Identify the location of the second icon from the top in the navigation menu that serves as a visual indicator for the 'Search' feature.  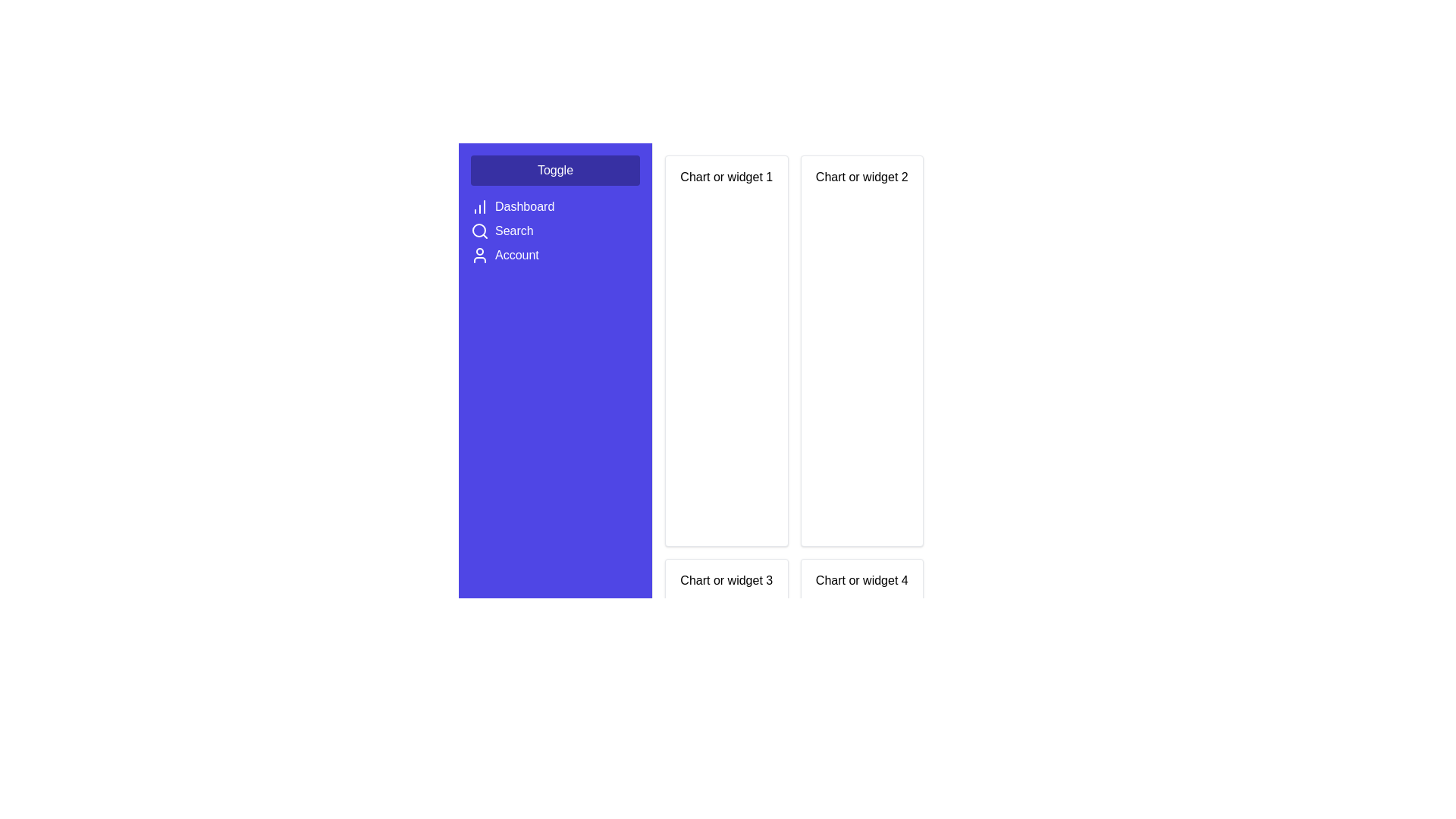
(479, 231).